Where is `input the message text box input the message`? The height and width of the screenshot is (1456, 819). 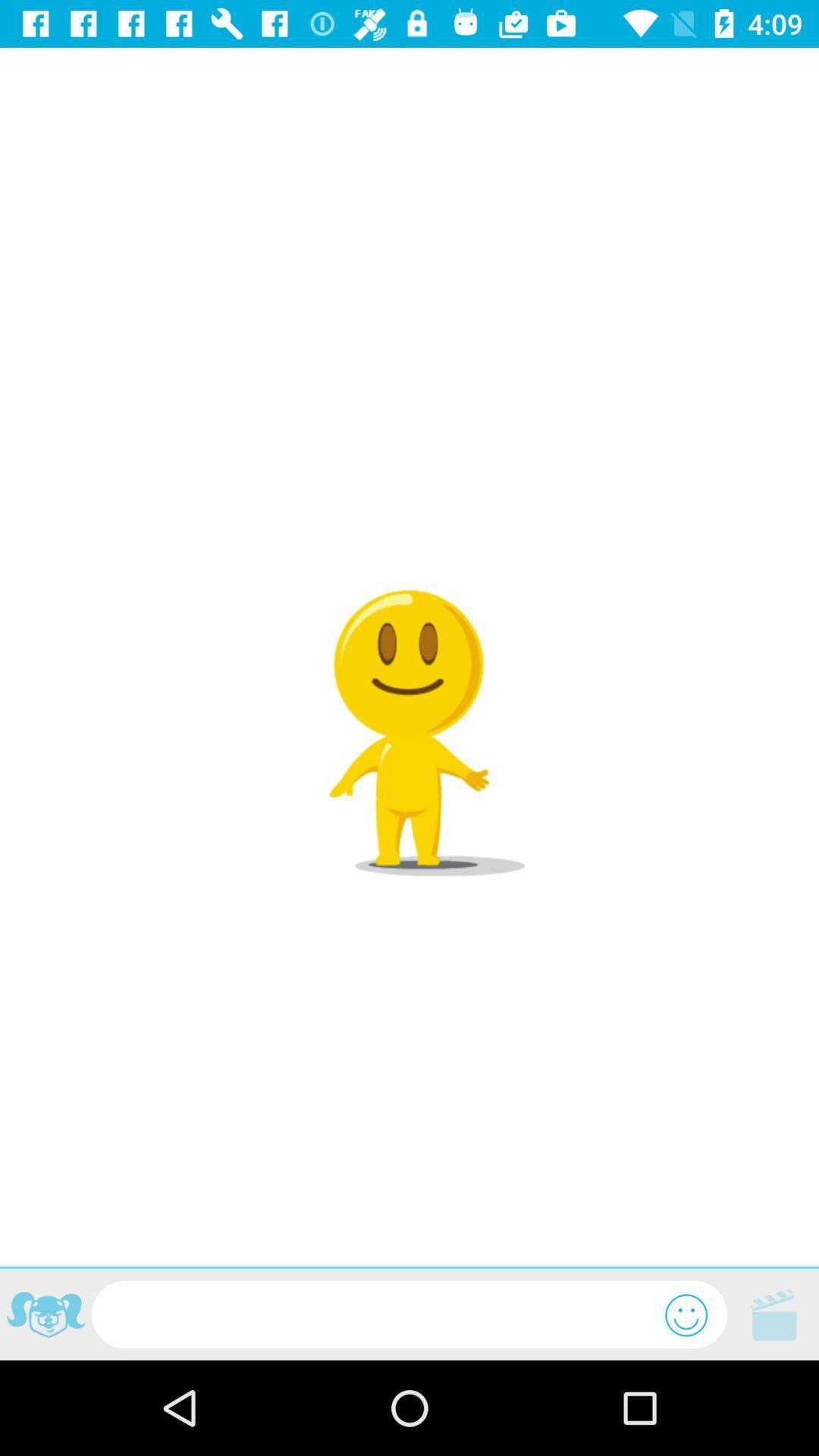
input the message text box input the message is located at coordinates (378, 1313).